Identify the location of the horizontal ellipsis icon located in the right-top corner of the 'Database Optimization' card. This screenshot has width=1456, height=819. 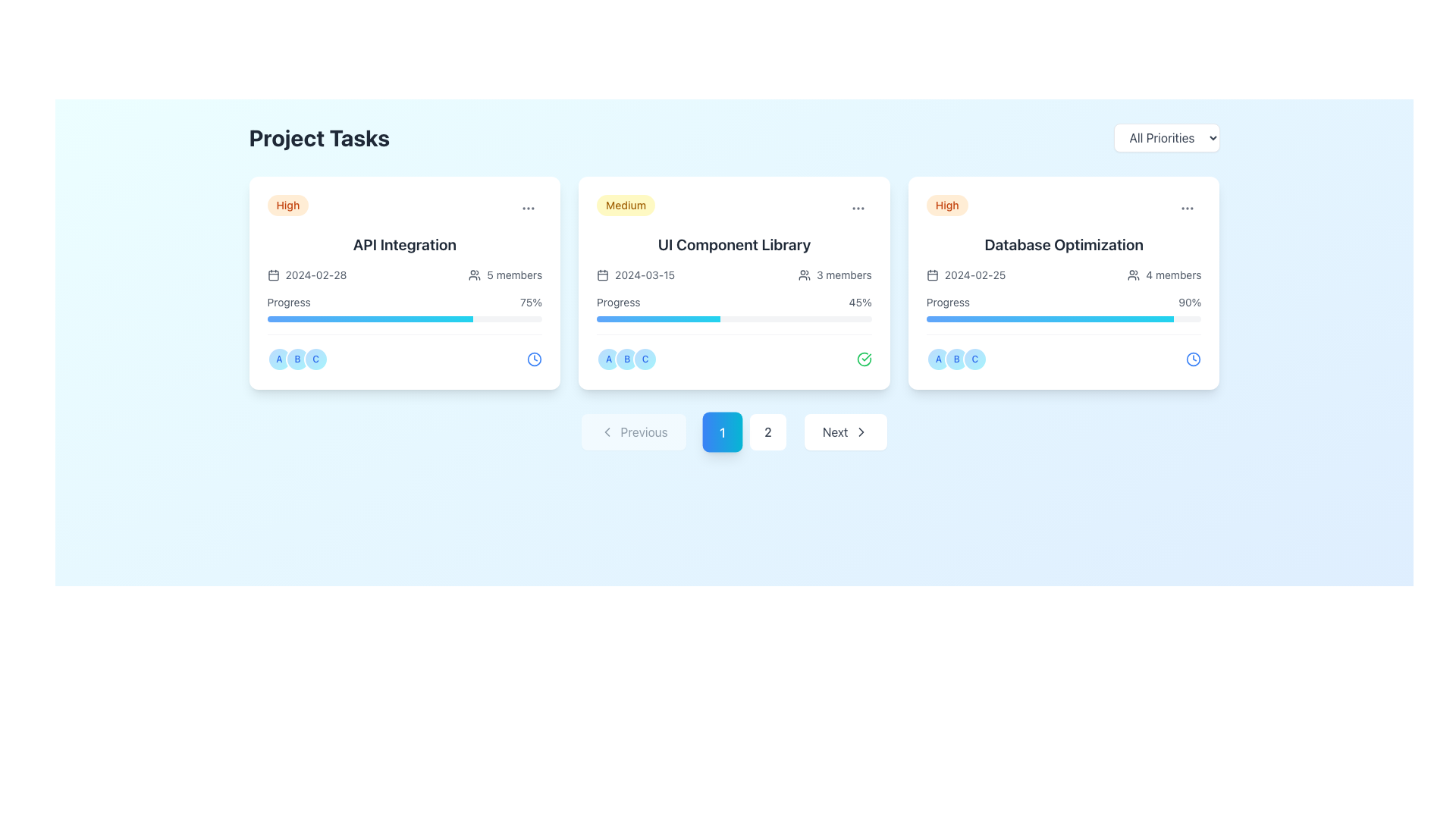
(1187, 208).